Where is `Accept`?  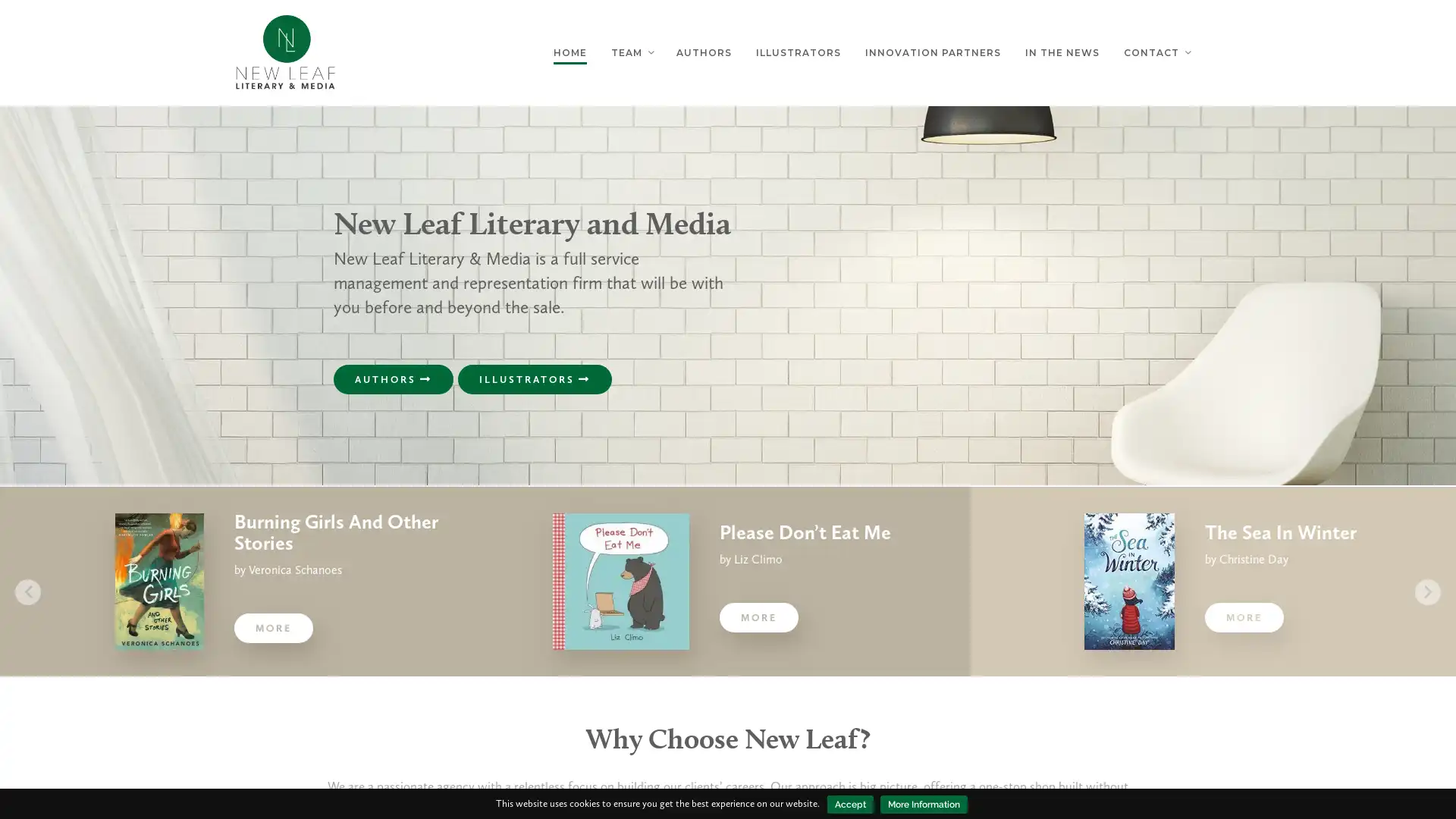
Accept is located at coordinates (850, 803).